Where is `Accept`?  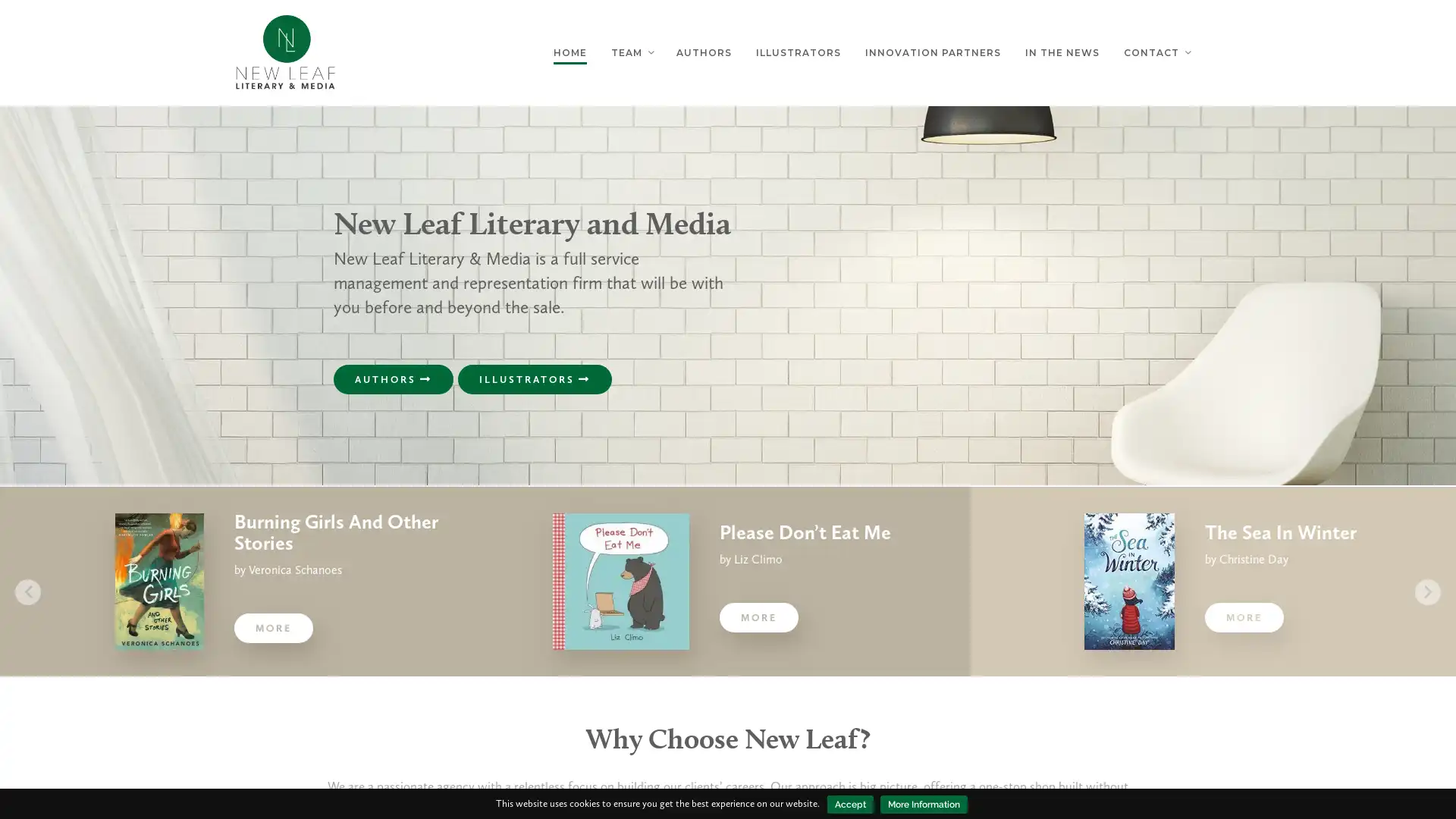
Accept is located at coordinates (850, 803).